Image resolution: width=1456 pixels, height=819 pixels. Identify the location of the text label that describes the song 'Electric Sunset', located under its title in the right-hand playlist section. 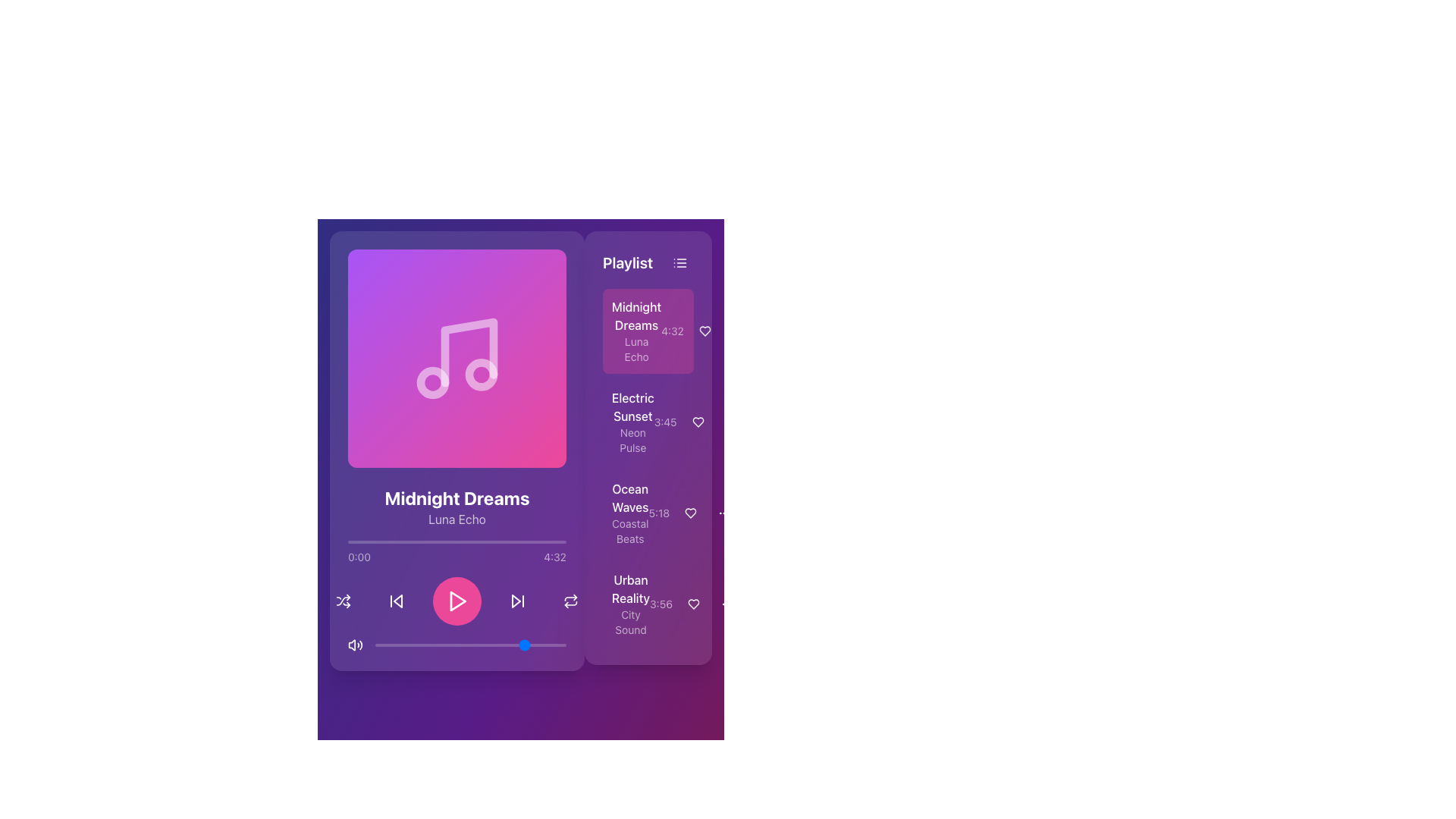
(632, 441).